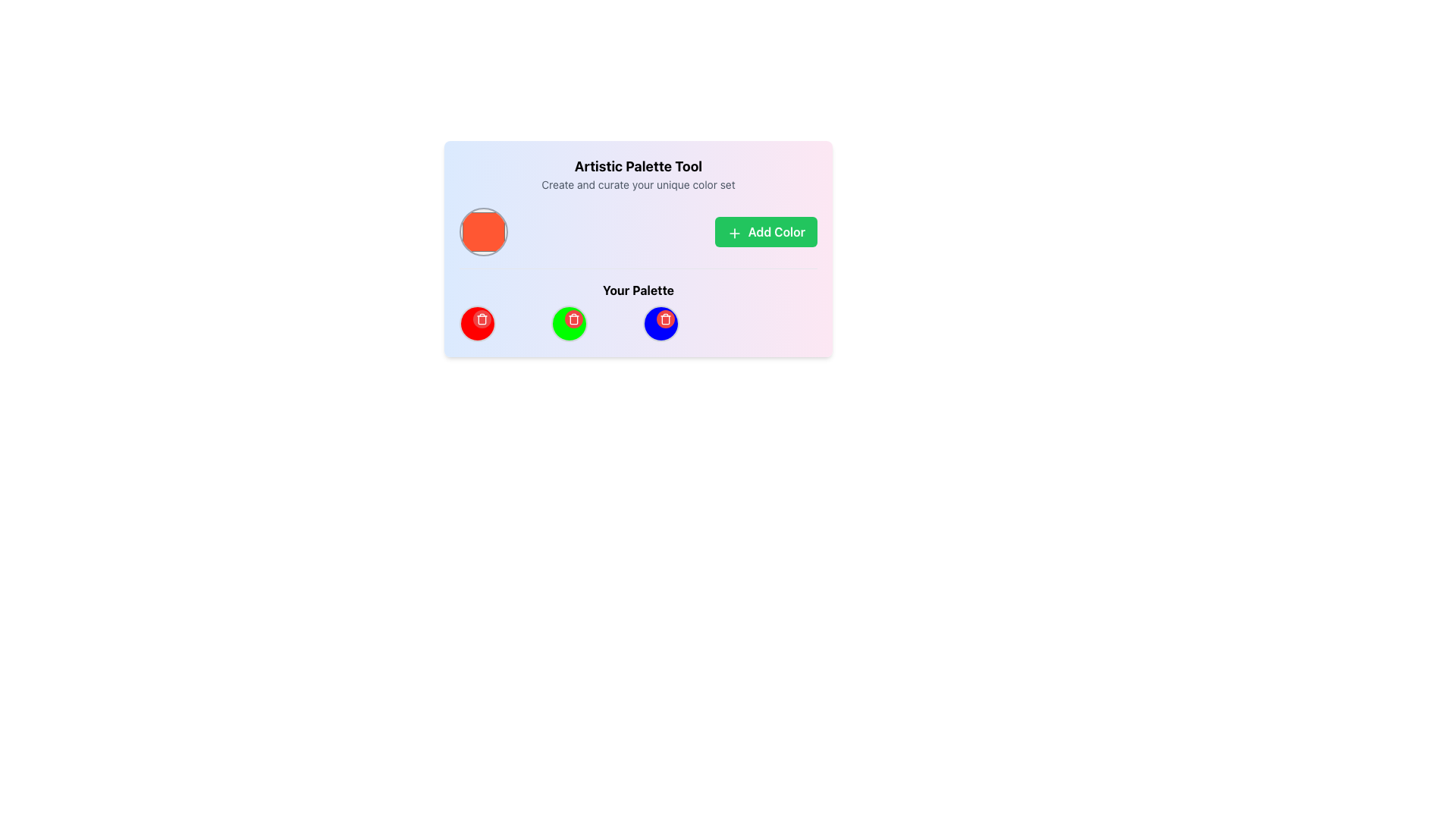 The height and width of the screenshot is (819, 1456). I want to click on the trash can icon button located in the bottom-left corner of the 'Your Palette' section, so click(573, 318).